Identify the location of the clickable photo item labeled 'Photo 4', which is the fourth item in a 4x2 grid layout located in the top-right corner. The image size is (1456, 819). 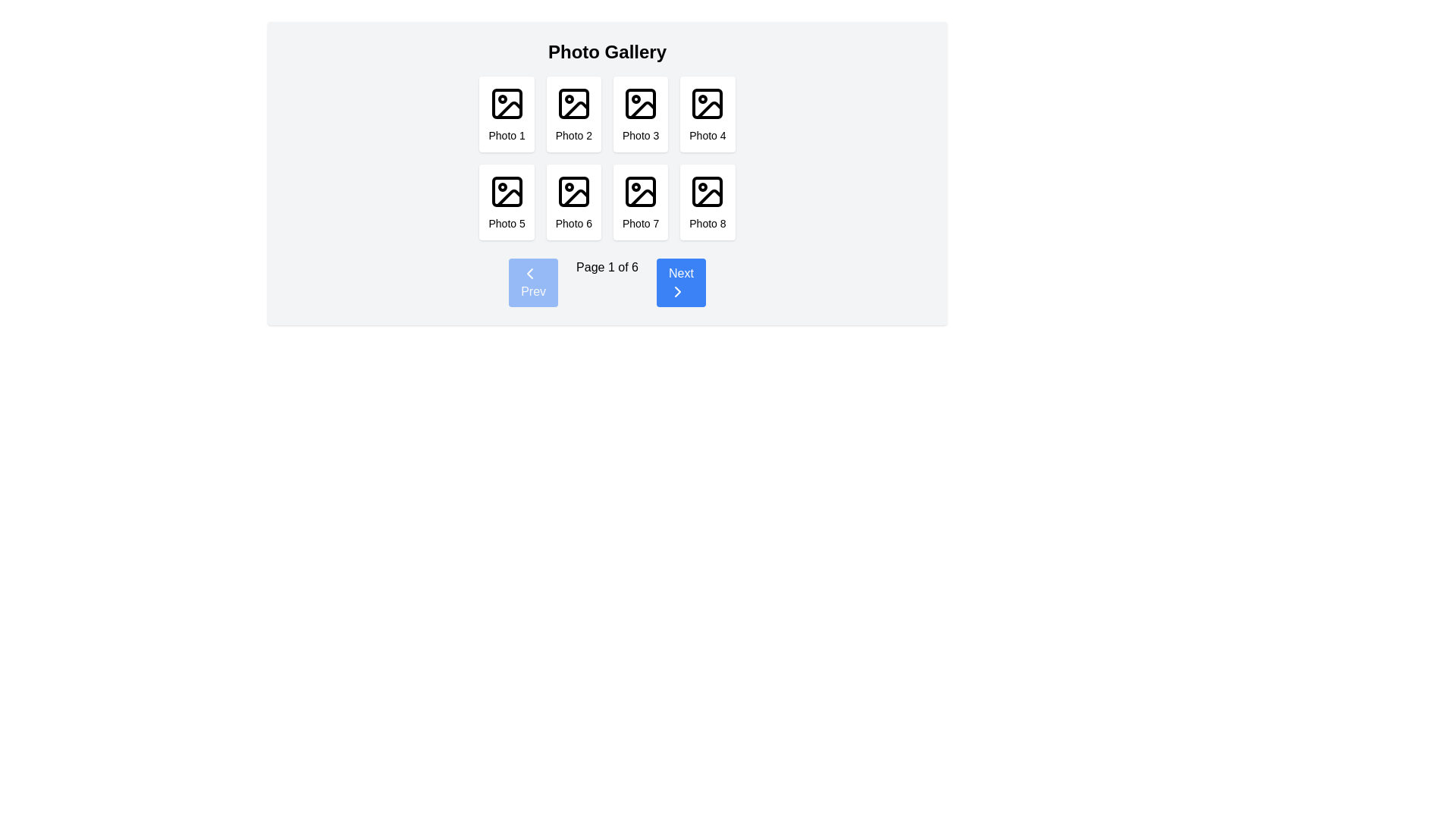
(707, 113).